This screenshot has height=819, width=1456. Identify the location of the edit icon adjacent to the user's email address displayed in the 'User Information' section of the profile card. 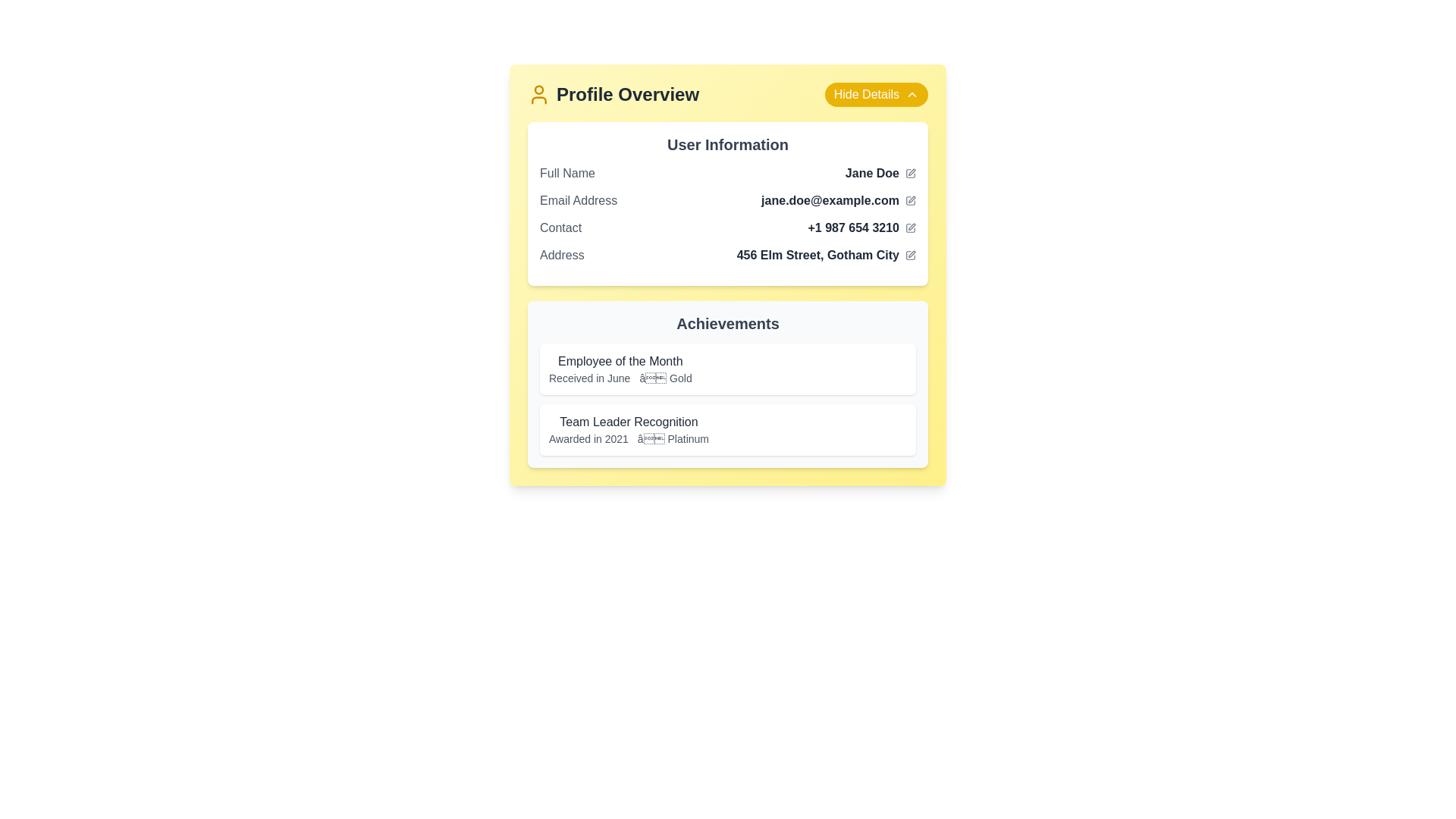
(838, 200).